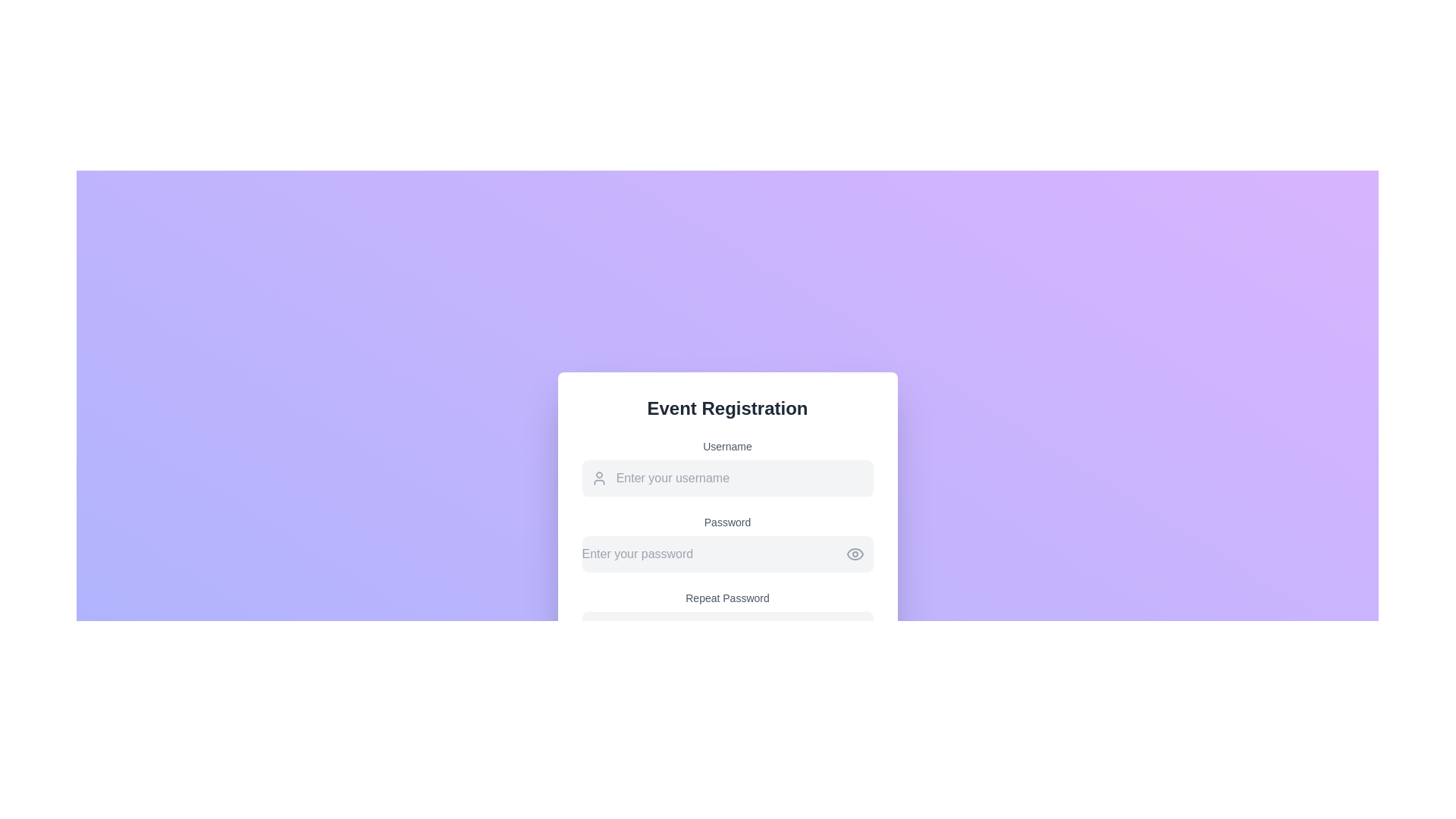 The image size is (1456, 819). What do you see at coordinates (855, 554) in the screenshot?
I see `the eye icon within the password input field, which is styled in minimalistic line art design, located at the right end of the password input box` at bounding box center [855, 554].